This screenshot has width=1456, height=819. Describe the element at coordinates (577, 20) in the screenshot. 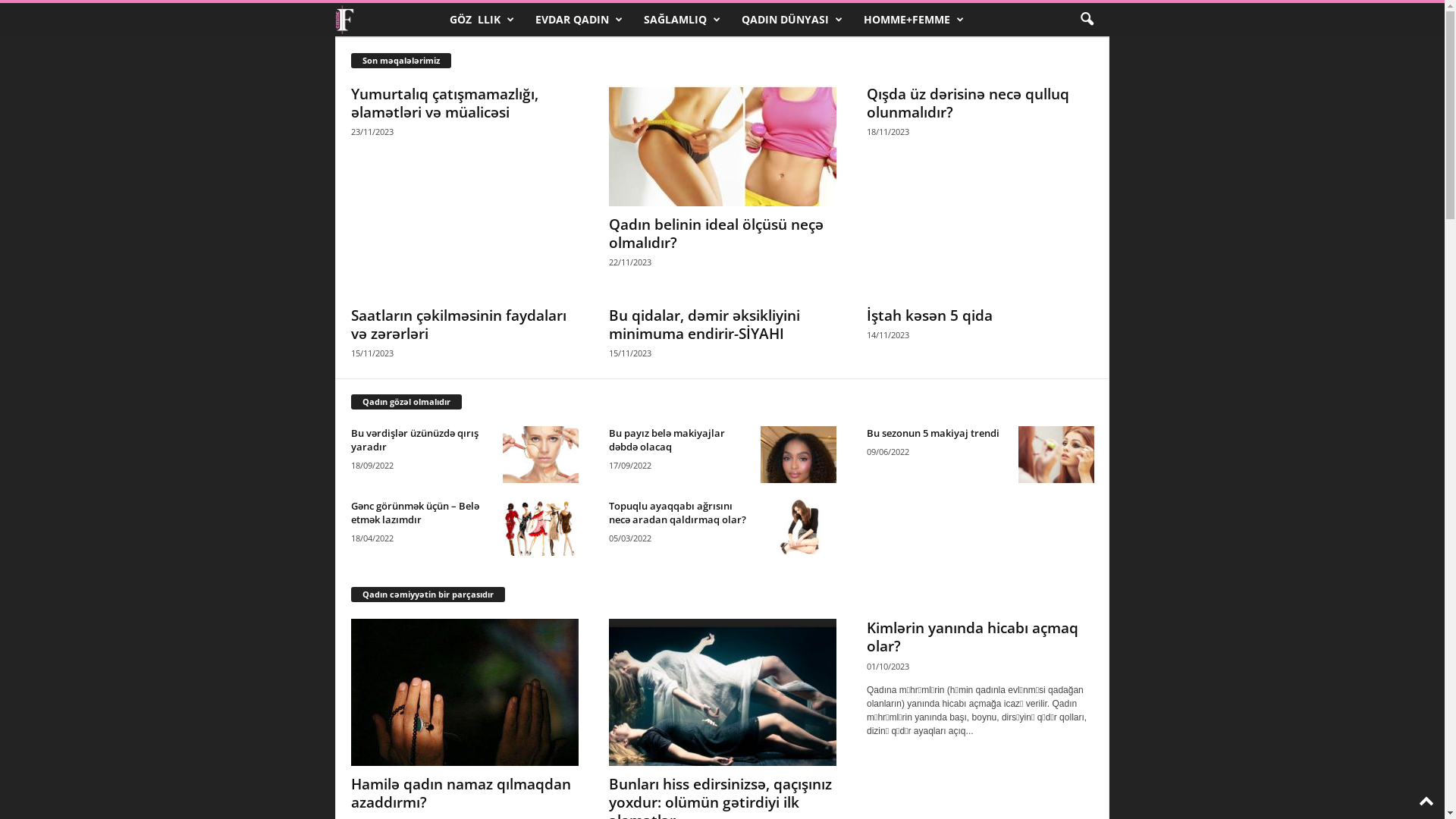

I see `'EVDAR QADIN'` at that location.